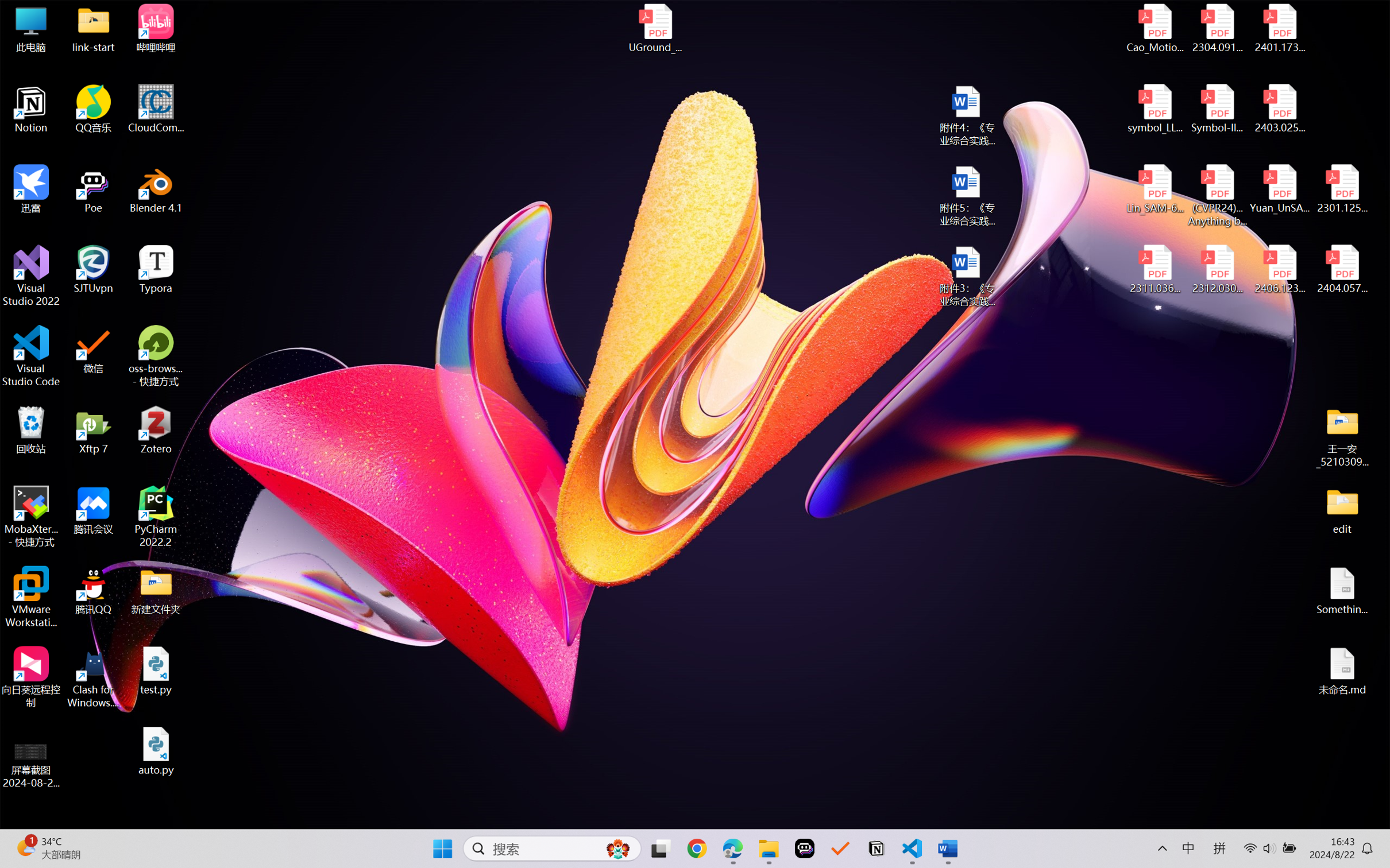 The width and height of the screenshot is (1390, 868). I want to click on 'UGround_paper.pdf', so click(655, 28).